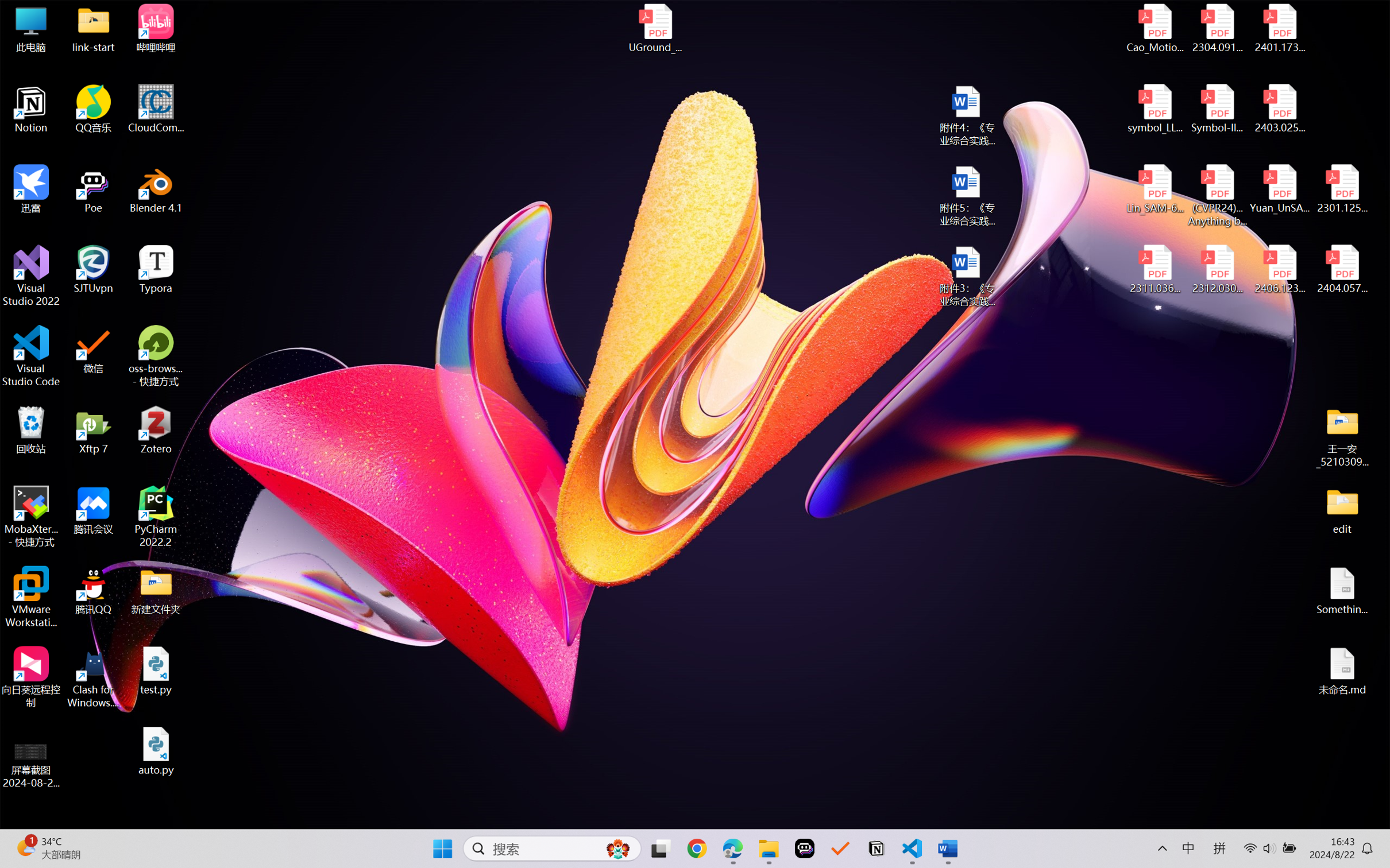 The width and height of the screenshot is (1390, 868). I want to click on 'UGround_paper.pdf', so click(655, 28).